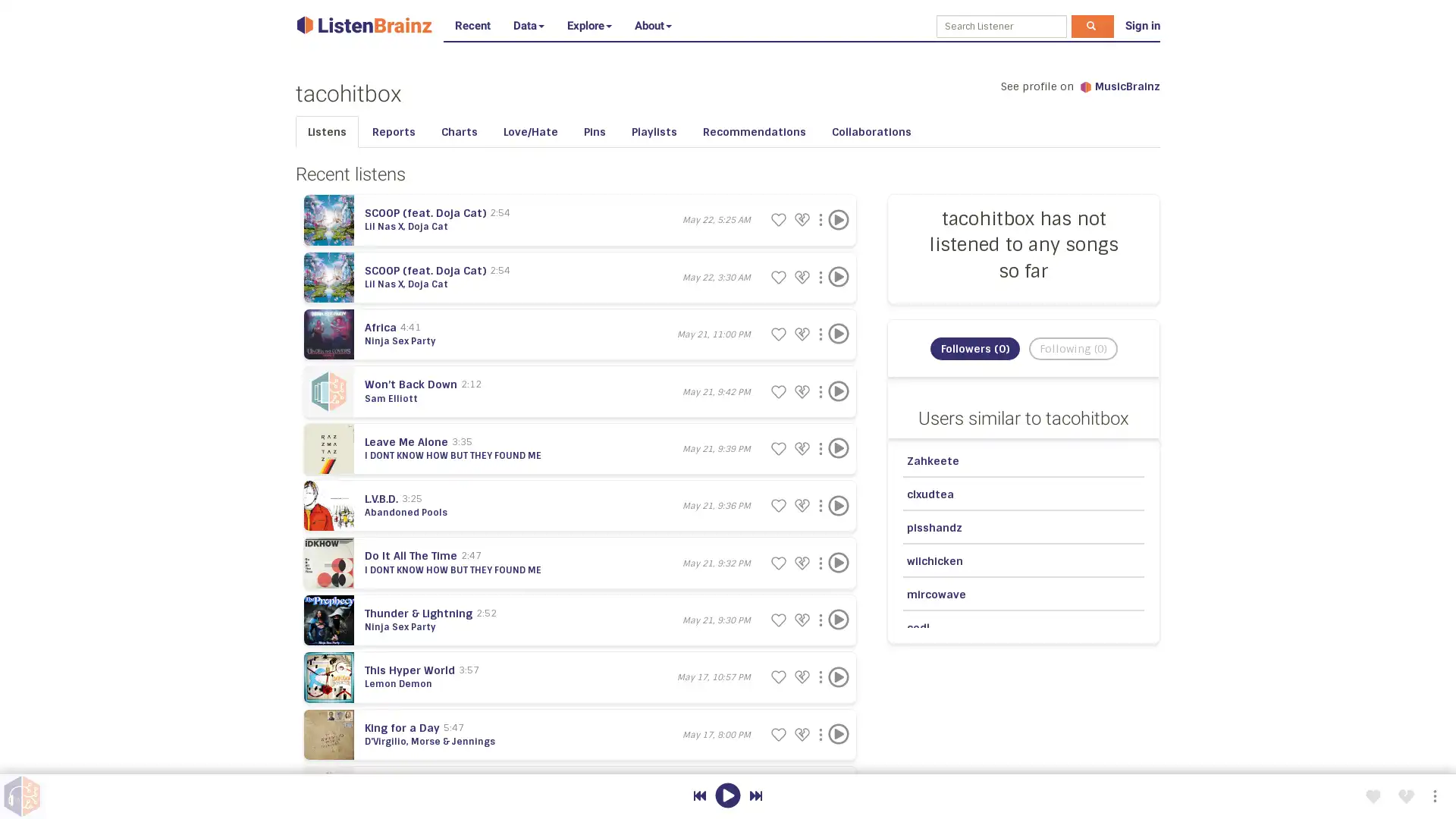  I want to click on Next, so click(755, 795).